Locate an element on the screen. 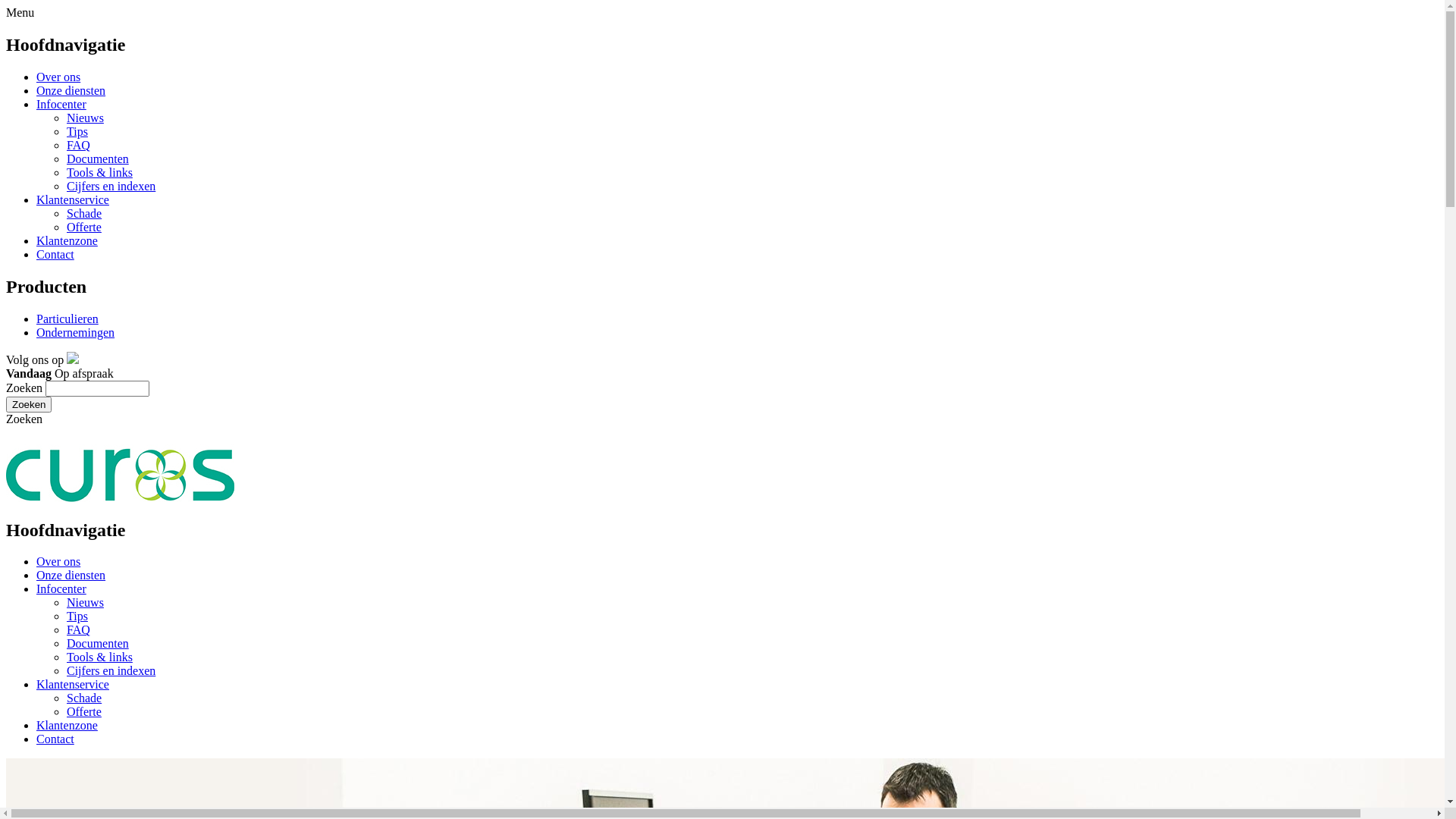  'Offerte' is located at coordinates (83, 227).